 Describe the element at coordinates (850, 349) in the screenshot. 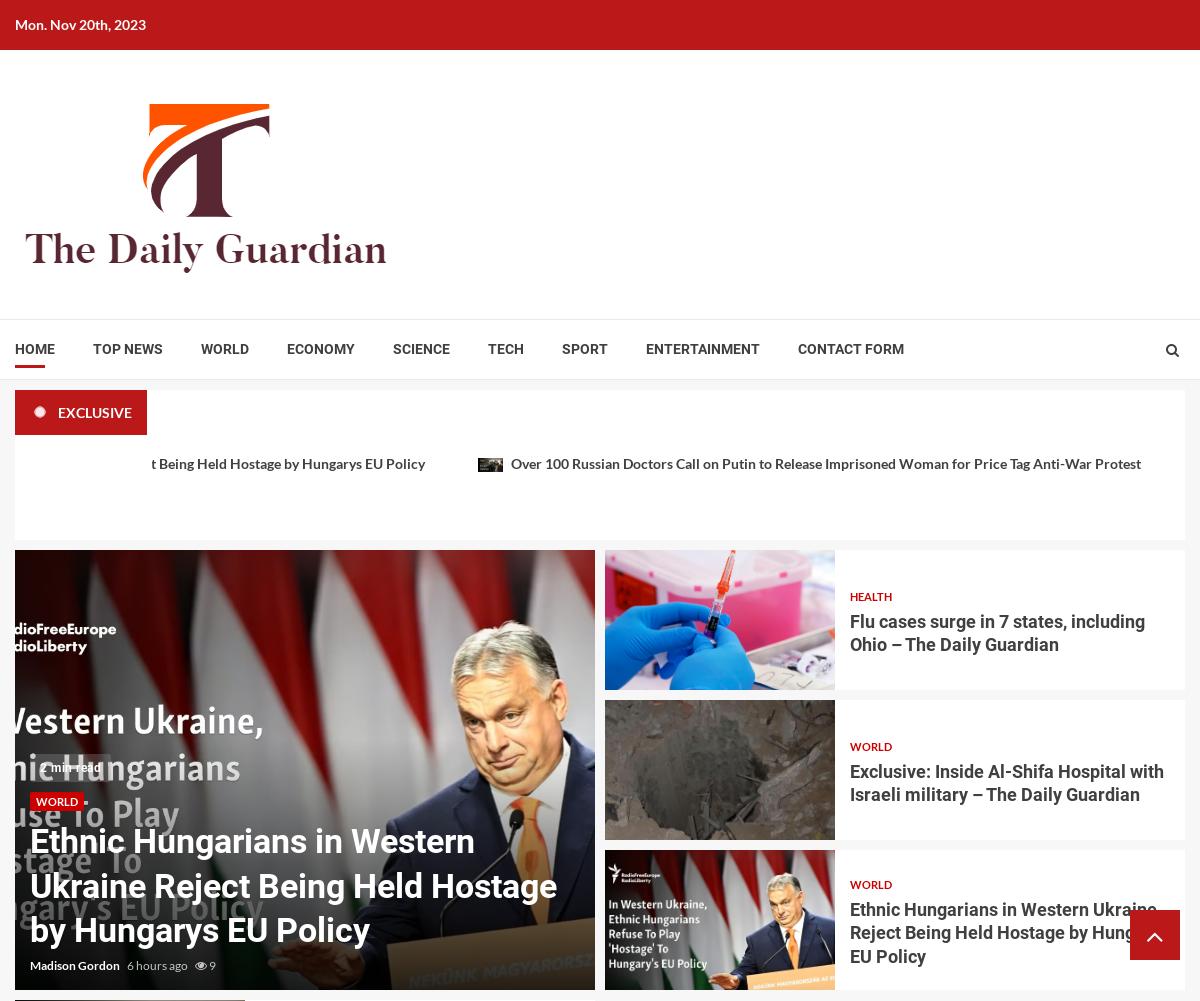

I see `'Contact Form'` at that location.